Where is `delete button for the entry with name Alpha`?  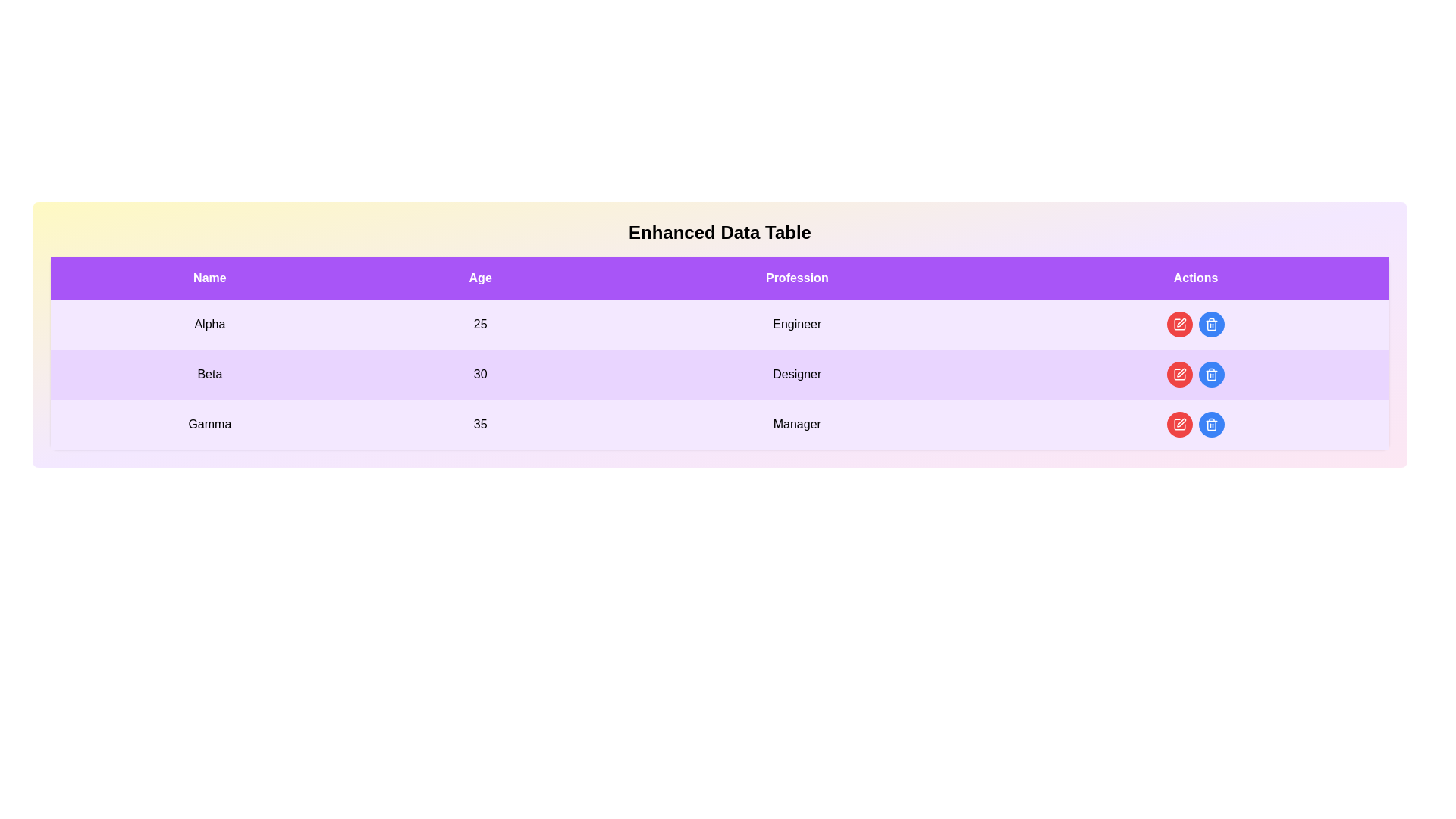 delete button for the entry with name Alpha is located at coordinates (1211, 324).